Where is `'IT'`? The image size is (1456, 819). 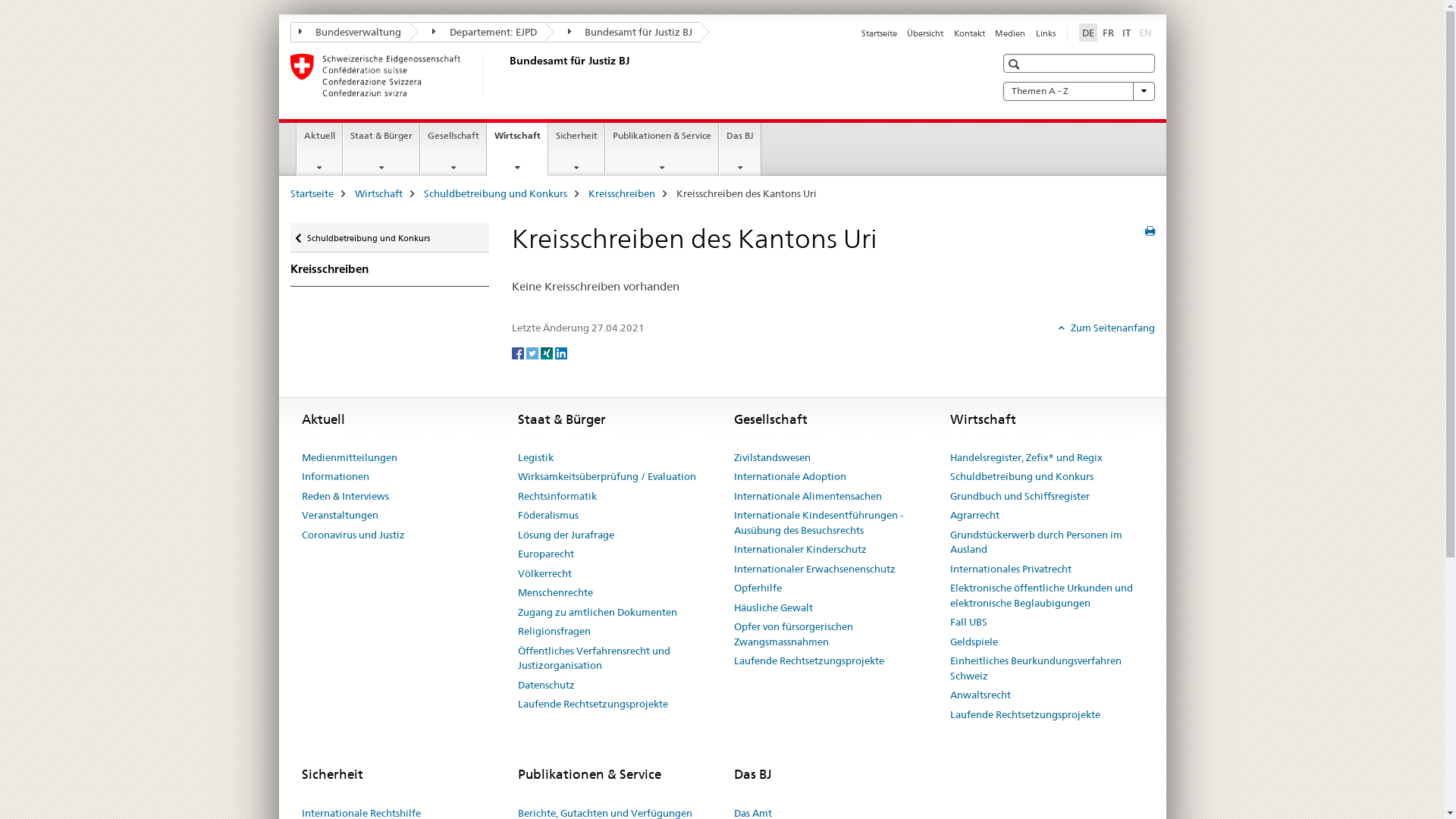
'IT' is located at coordinates (1126, 32).